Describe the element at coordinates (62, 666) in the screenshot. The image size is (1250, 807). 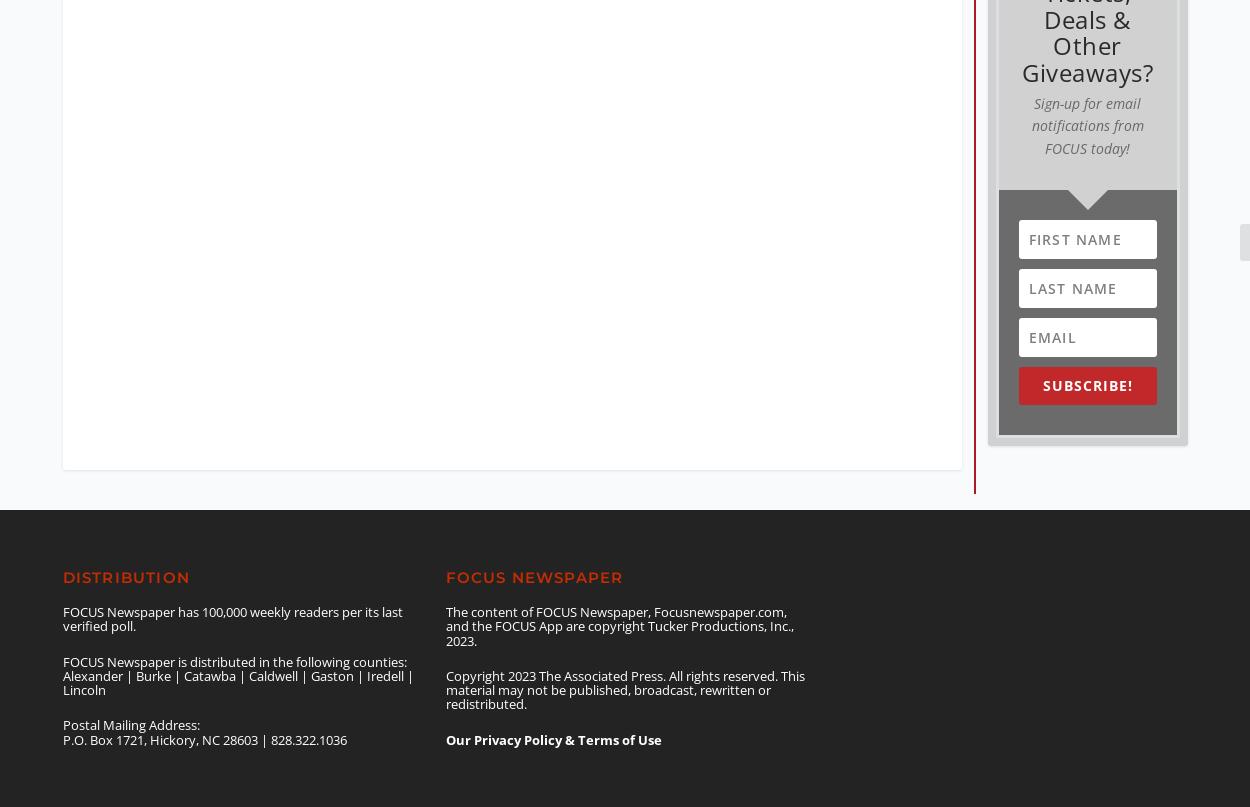
I see `'Alexander | Burke | Catawba | Caldwell | Gaston | Iredell | Lincoln'` at that location.